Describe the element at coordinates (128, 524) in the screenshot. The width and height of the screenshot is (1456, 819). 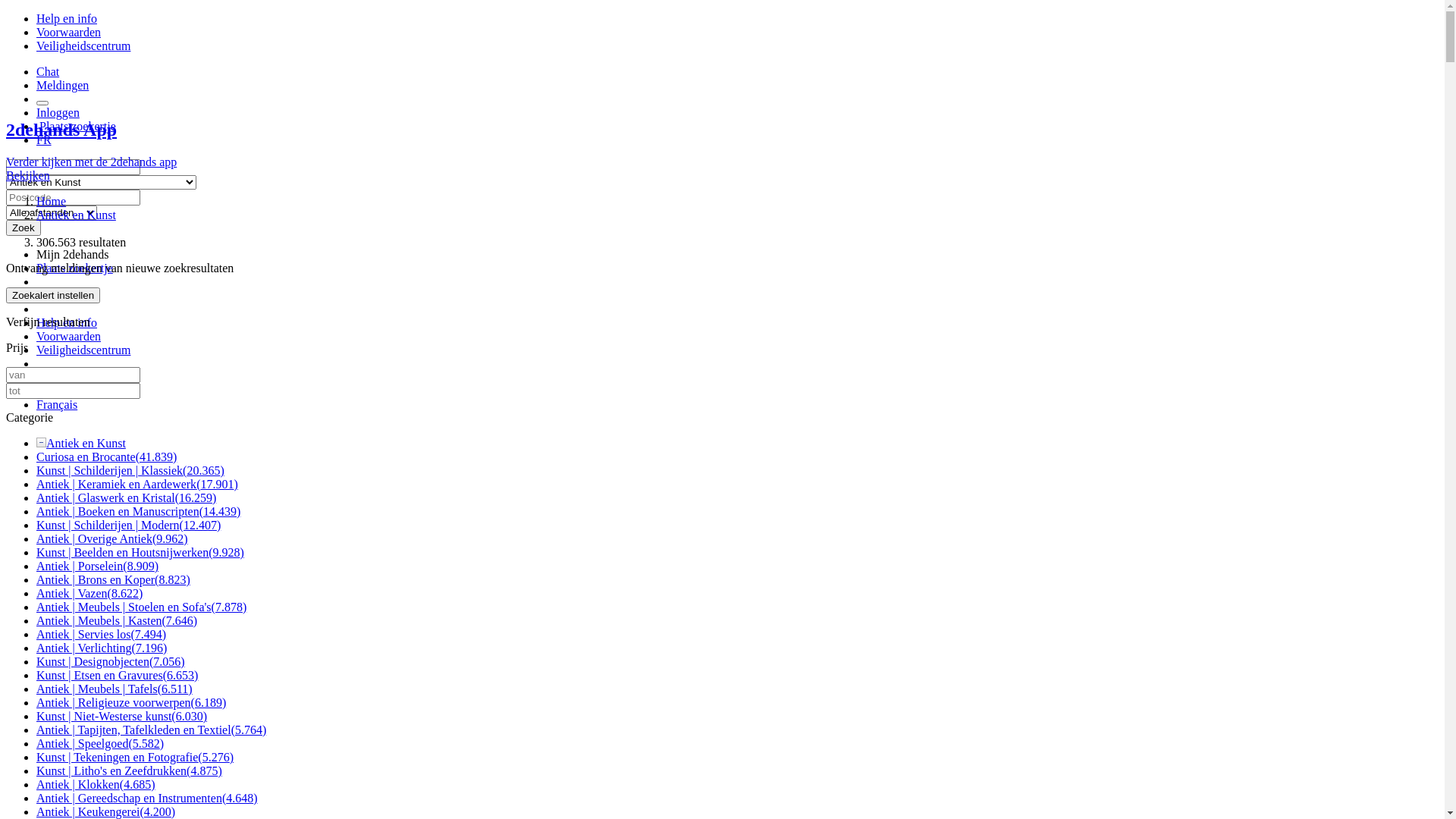
I see `'Kunst | Schilderijen | Modern(12.407)'` at that location.